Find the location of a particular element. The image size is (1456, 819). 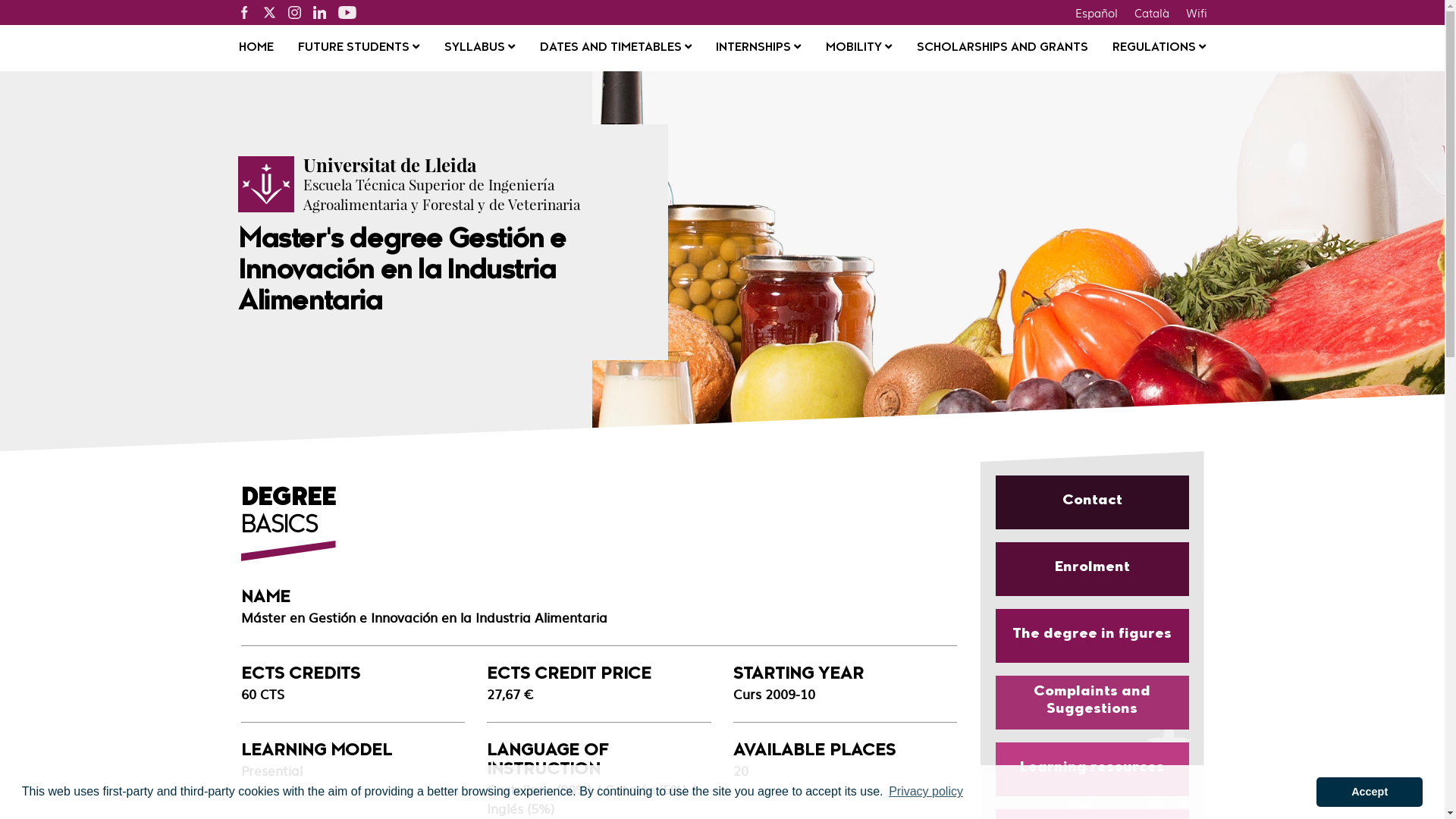

'SYLLABUS' is located at coordinates (479, 47).